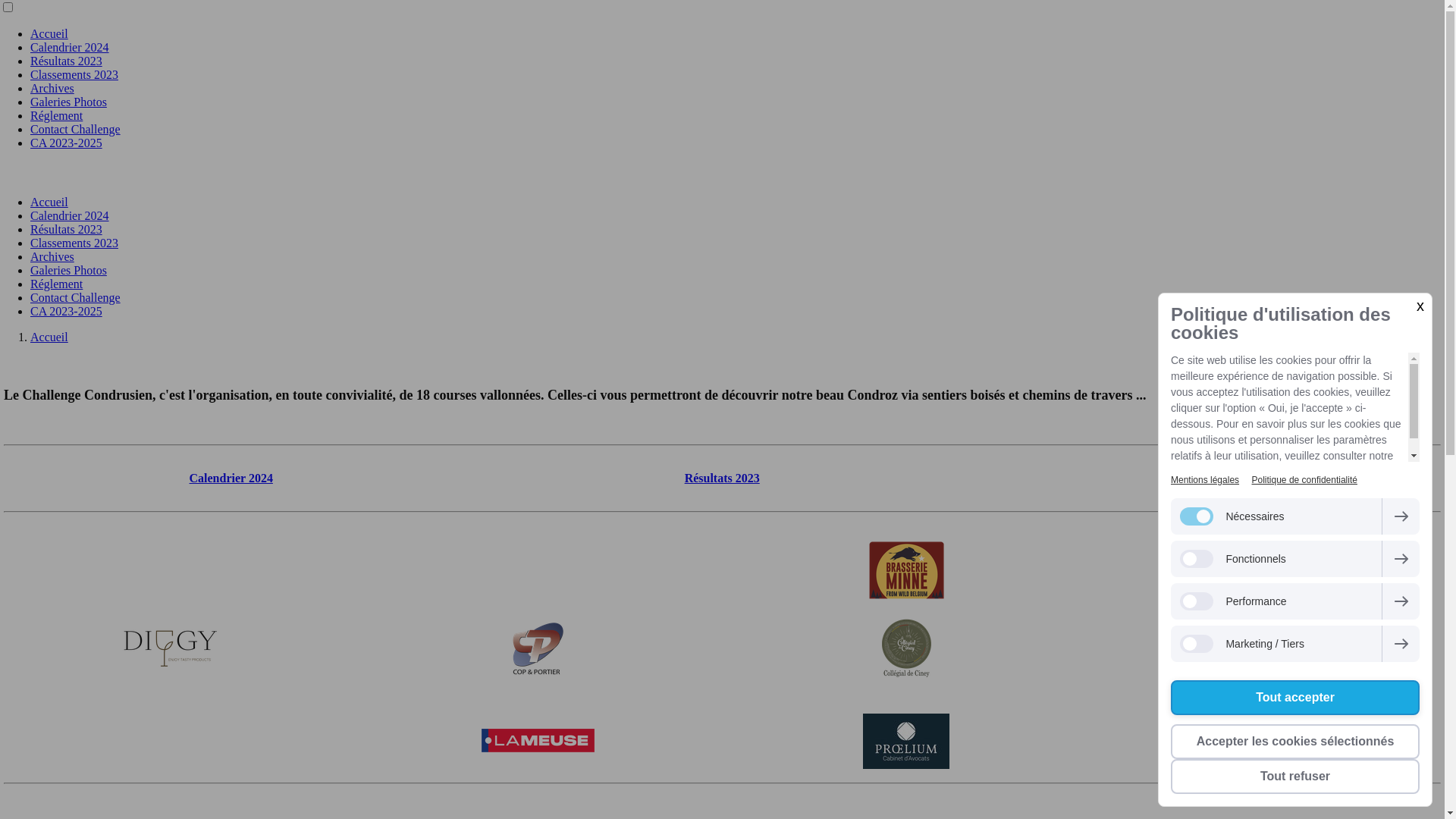  What do you see at coordinates (1294, 776) in the screenshot?
I see `'Tout refuser'` at bounding box center [1294, 776].